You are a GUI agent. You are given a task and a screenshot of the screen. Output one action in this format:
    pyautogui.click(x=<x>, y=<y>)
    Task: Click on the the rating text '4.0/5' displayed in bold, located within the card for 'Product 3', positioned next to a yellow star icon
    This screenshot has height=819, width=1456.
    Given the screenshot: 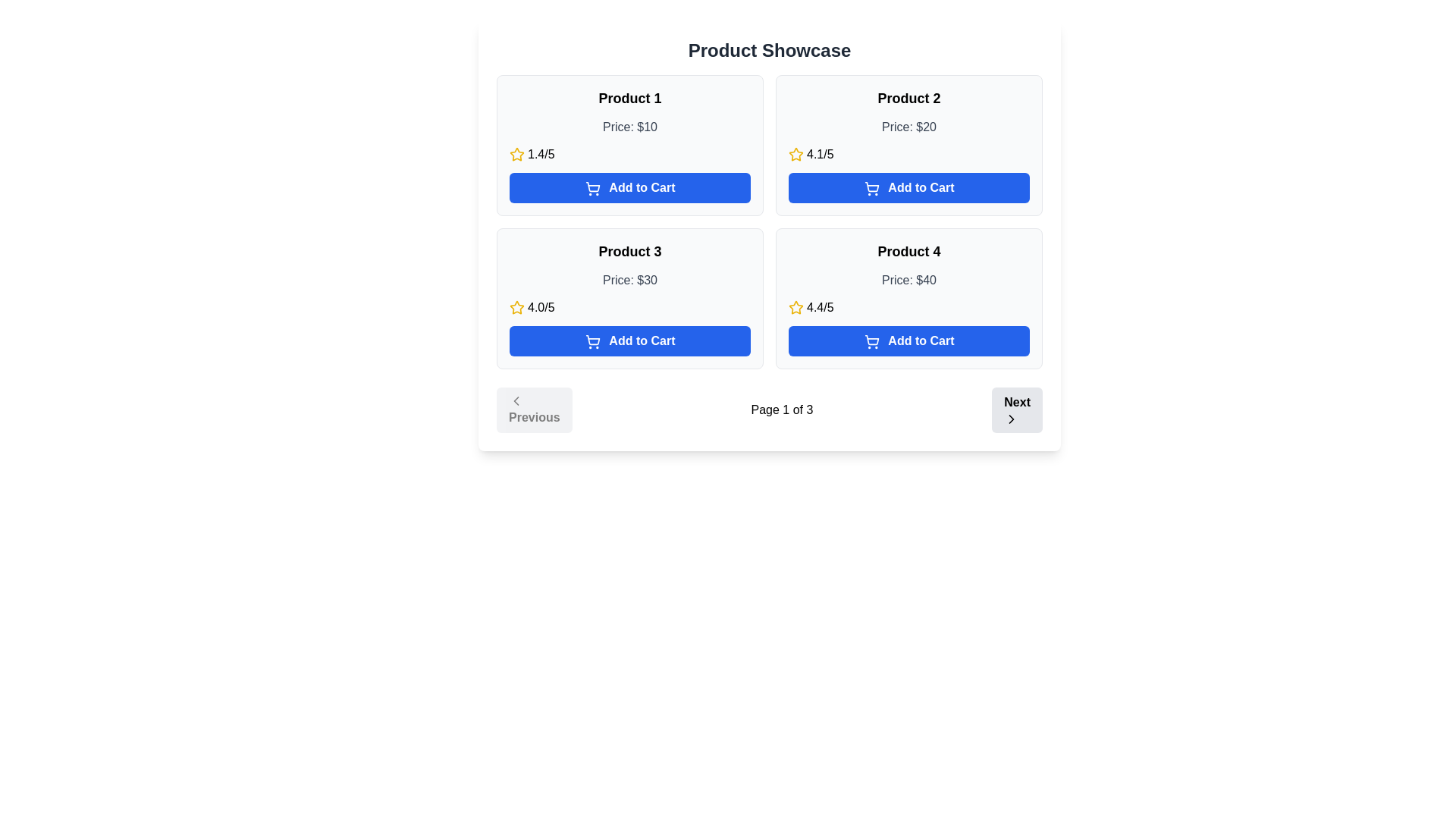 What is the action you would take?
    pyautogui.click(x=541, y=307)
    